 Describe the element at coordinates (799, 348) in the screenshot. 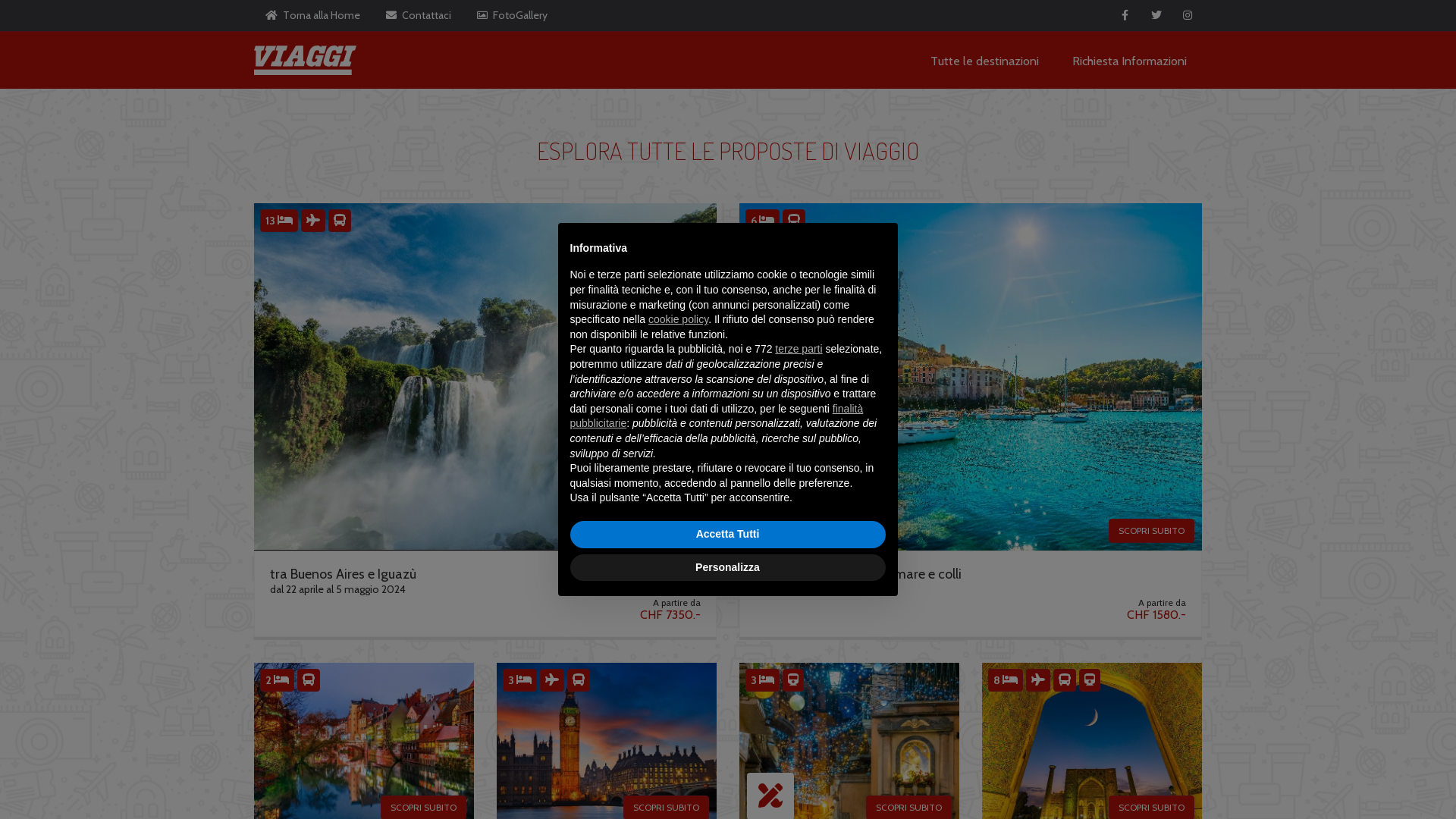

I see `'terze parti'` at that location.